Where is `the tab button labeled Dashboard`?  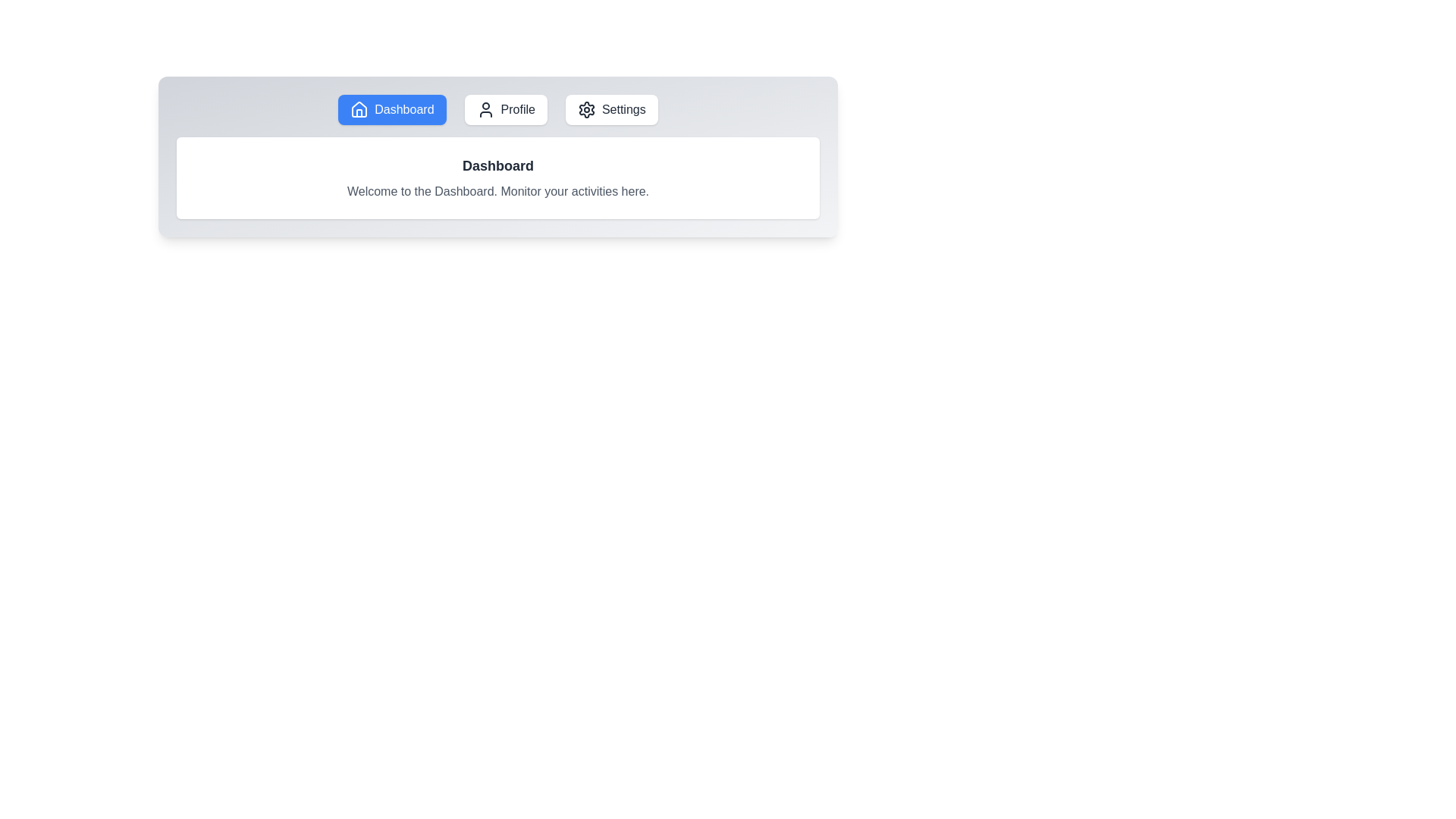 the tab button labeled Dashboard is located at coordinates (392, 109).